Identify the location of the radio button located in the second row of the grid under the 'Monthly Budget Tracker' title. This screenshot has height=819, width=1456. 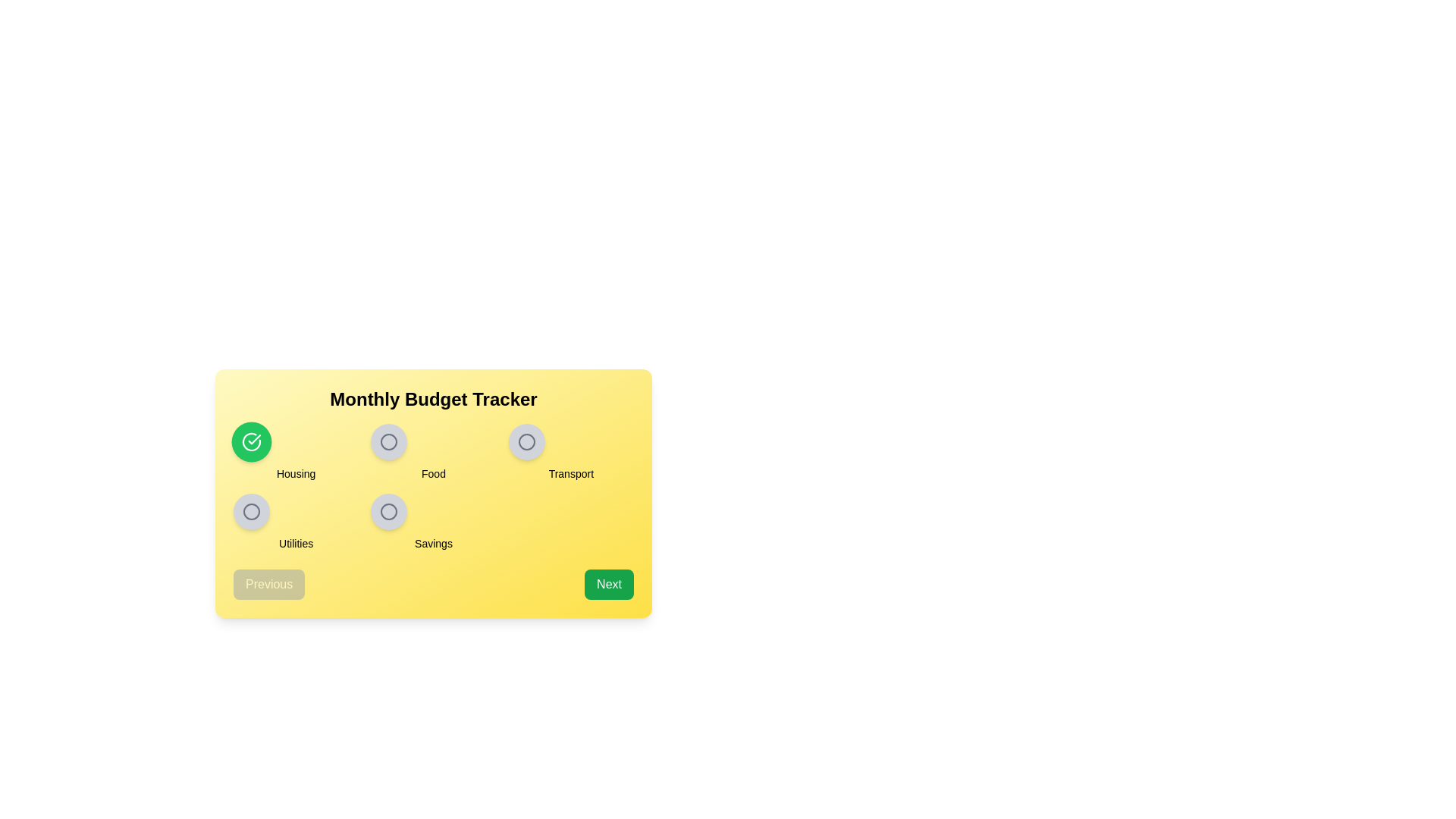
(389, 441).